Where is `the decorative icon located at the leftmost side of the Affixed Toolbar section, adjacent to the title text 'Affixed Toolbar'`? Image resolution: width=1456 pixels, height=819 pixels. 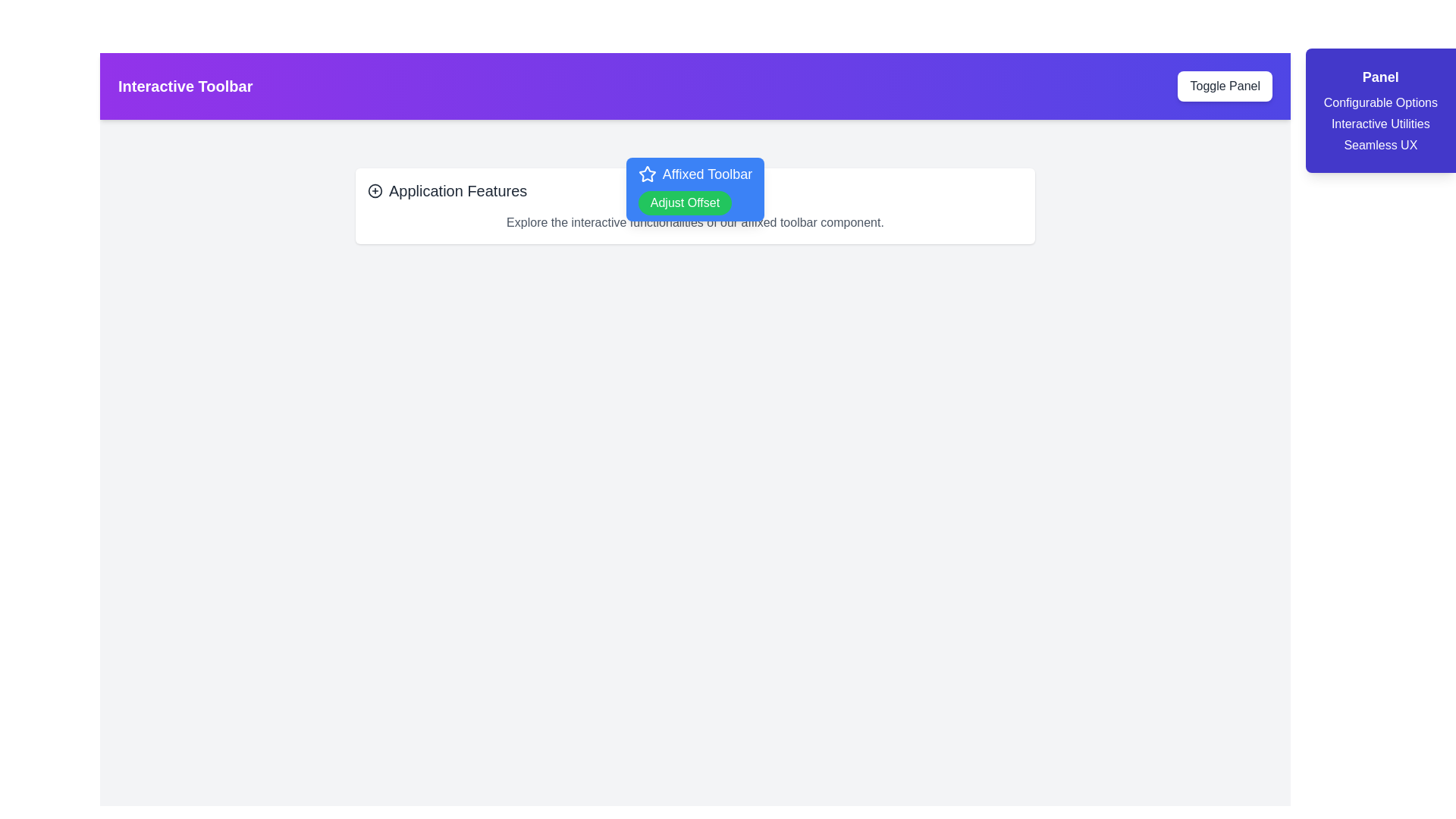 the decorative icon located at the leftmost side of the Affixed Toolbar section, adjacent to the title text 'Affixed Toolbar' is located at coordinates (647, 174).